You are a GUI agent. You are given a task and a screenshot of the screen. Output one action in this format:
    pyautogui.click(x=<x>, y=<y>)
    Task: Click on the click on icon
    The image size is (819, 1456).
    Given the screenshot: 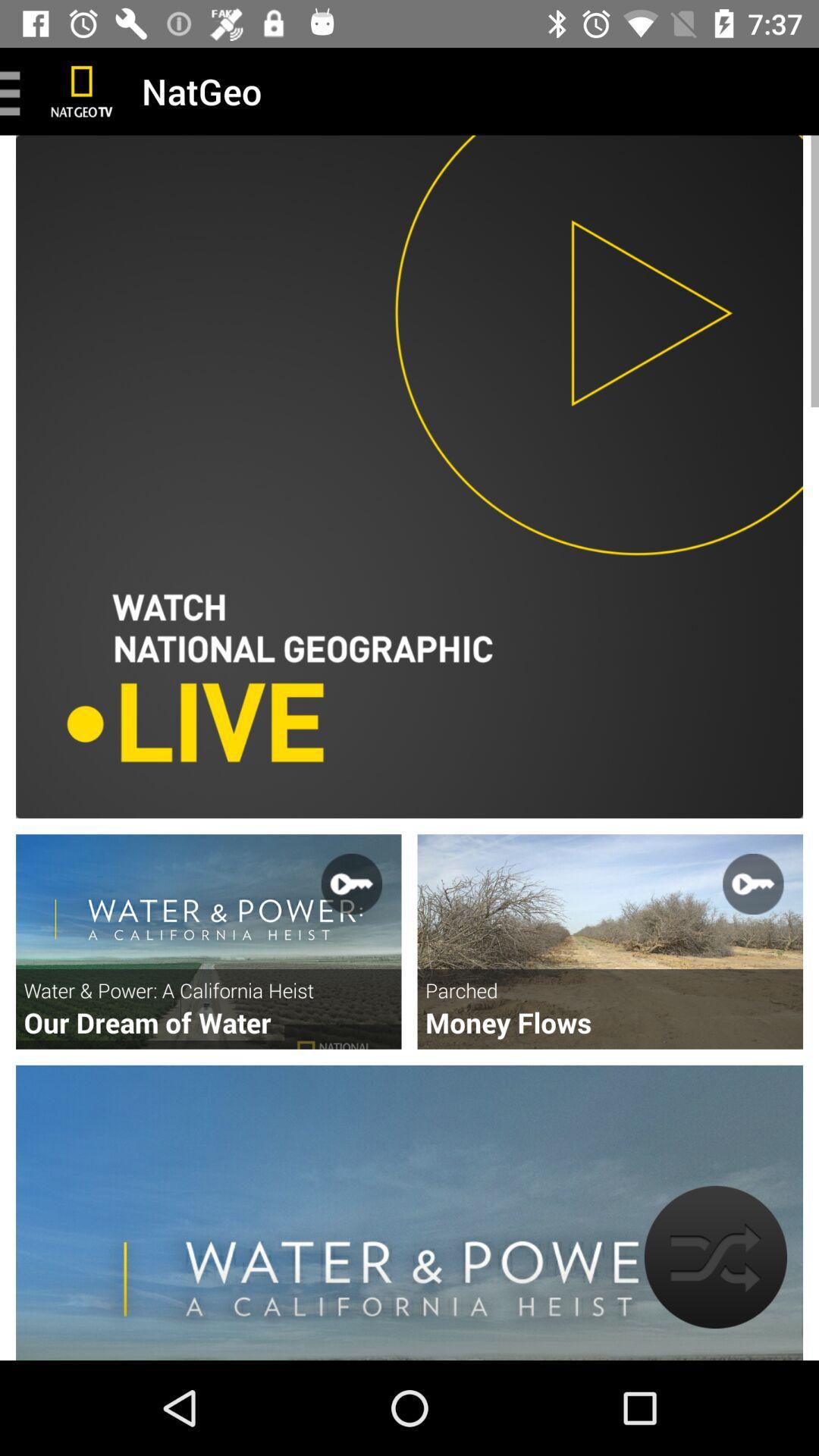 What is the action you would take?
    pyautogui.click(x=209, y=941)
    